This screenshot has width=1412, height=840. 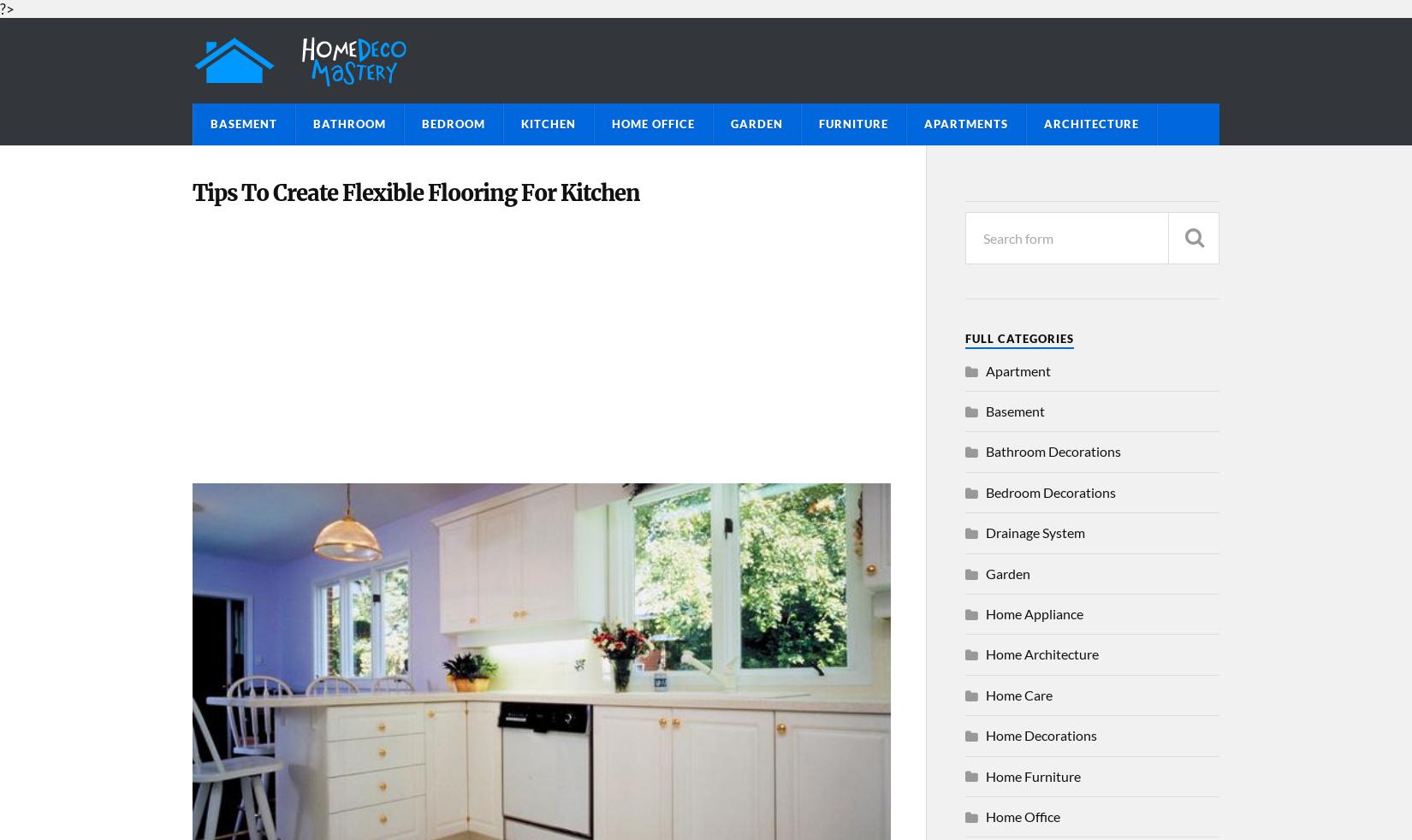 What do you see at coordinates (1053, 450) in the screenshot?
I see `'Bathroom Decorations'` at bounding box center [1053, 450].